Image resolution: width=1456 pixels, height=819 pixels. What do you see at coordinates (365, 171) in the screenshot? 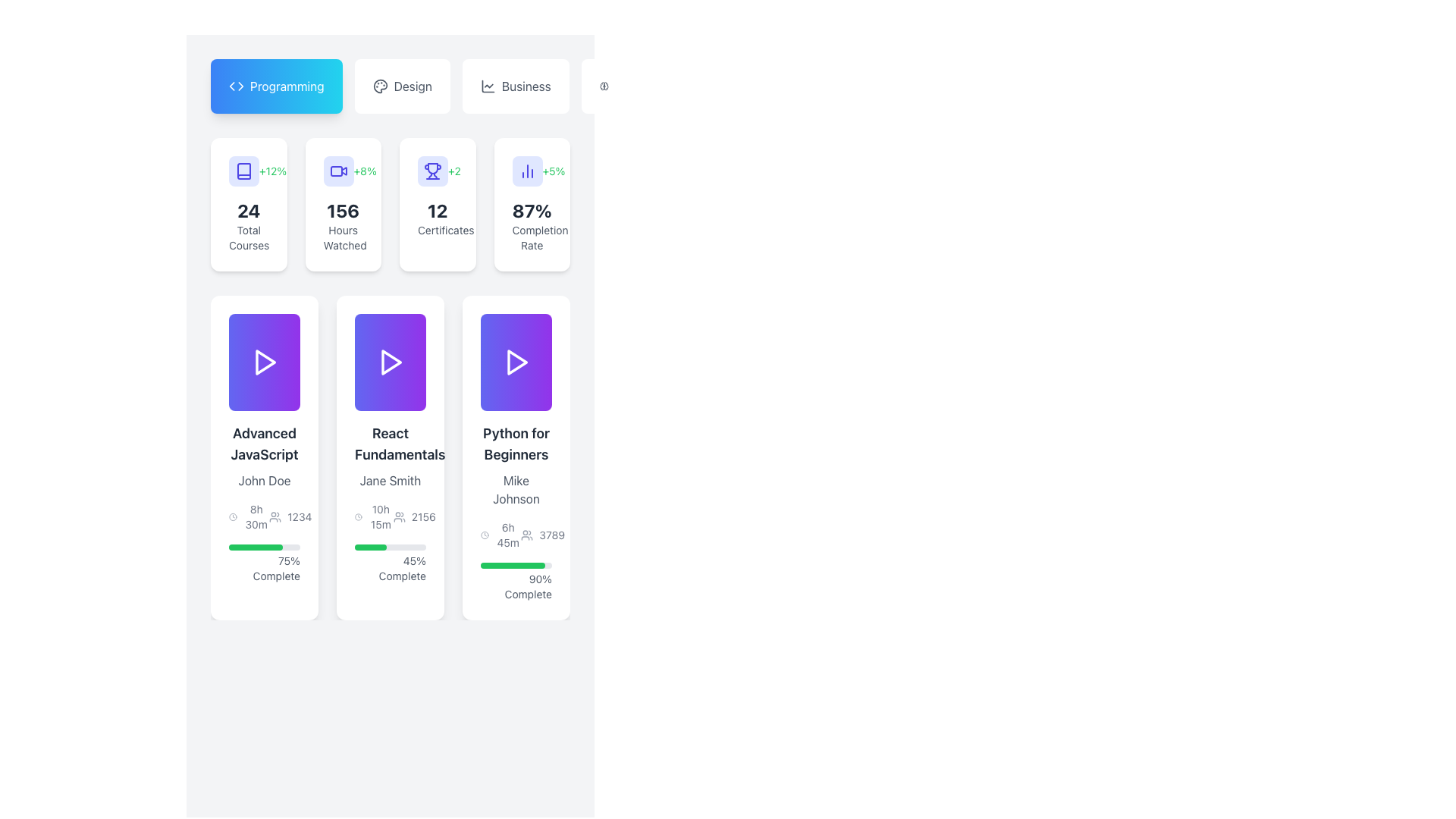
I see `the decorative text indicator located in the upper-right section of the second data card, which provides visual feedback about a positive trend` at bounding box center [365, 171].